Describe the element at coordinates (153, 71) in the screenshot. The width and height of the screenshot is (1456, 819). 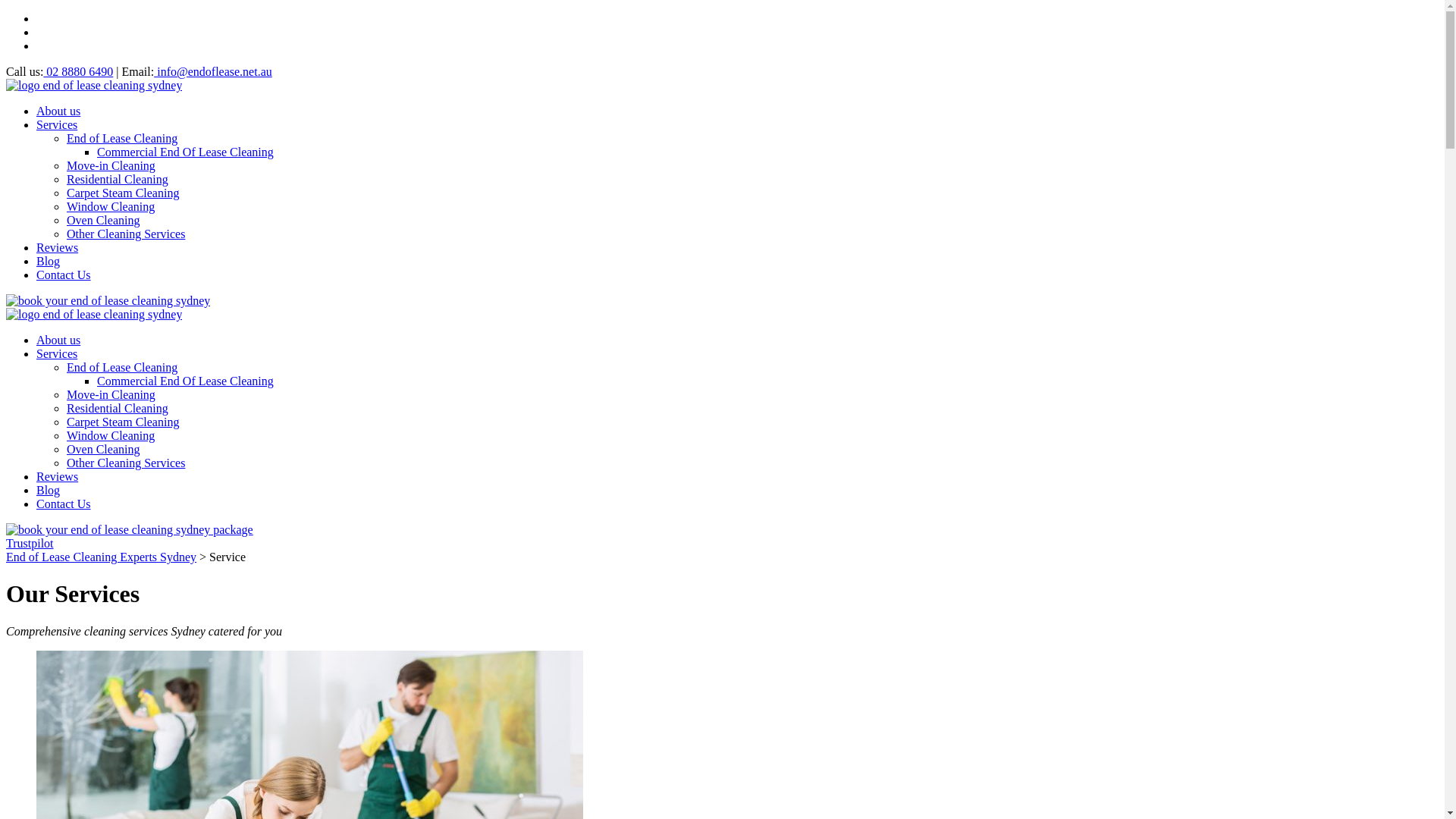
I see `'info@endoflease.net.au'` at that location.